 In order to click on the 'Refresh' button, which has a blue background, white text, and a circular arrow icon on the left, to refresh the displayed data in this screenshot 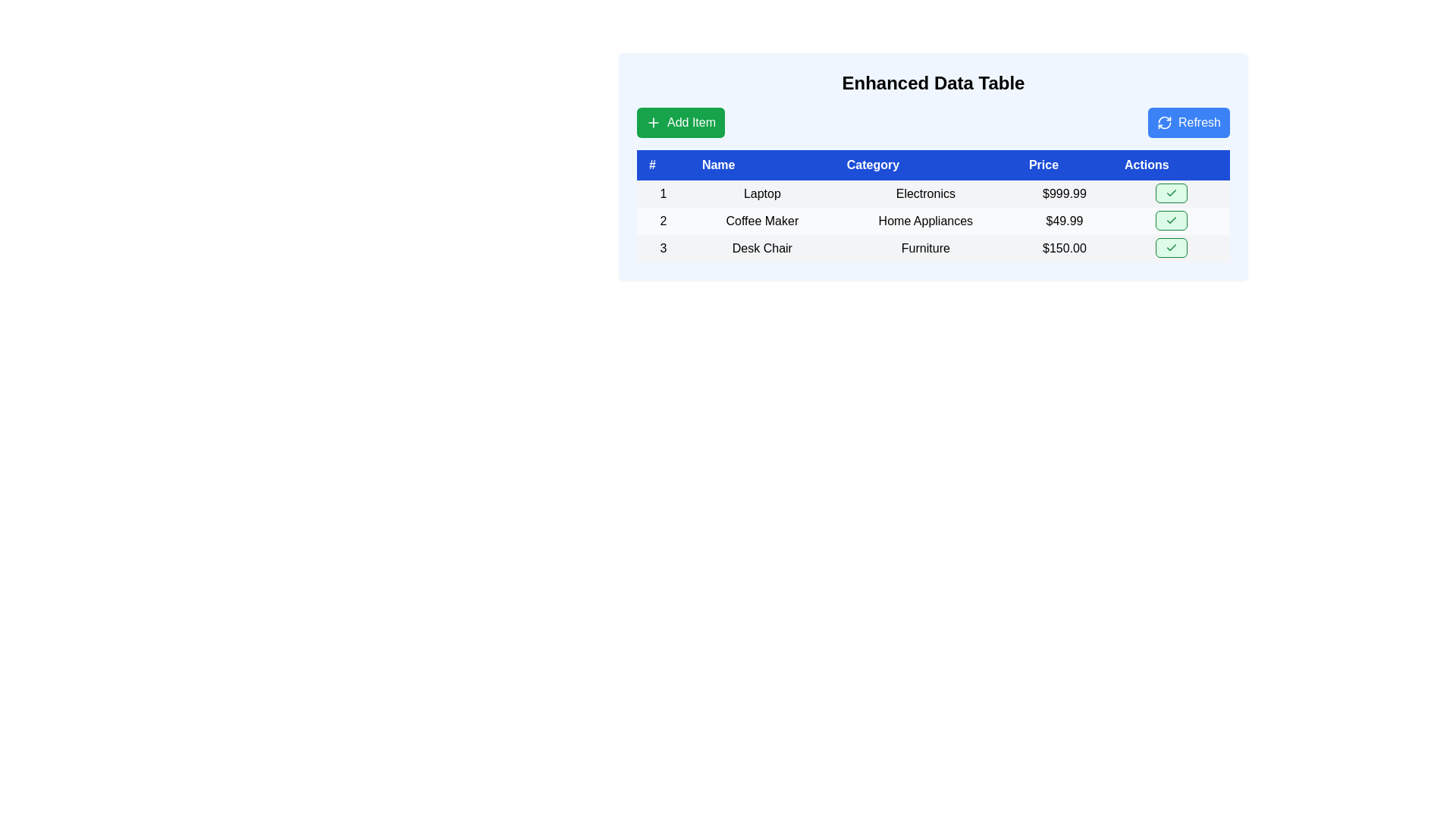, I will do `click(1188, 122)`.